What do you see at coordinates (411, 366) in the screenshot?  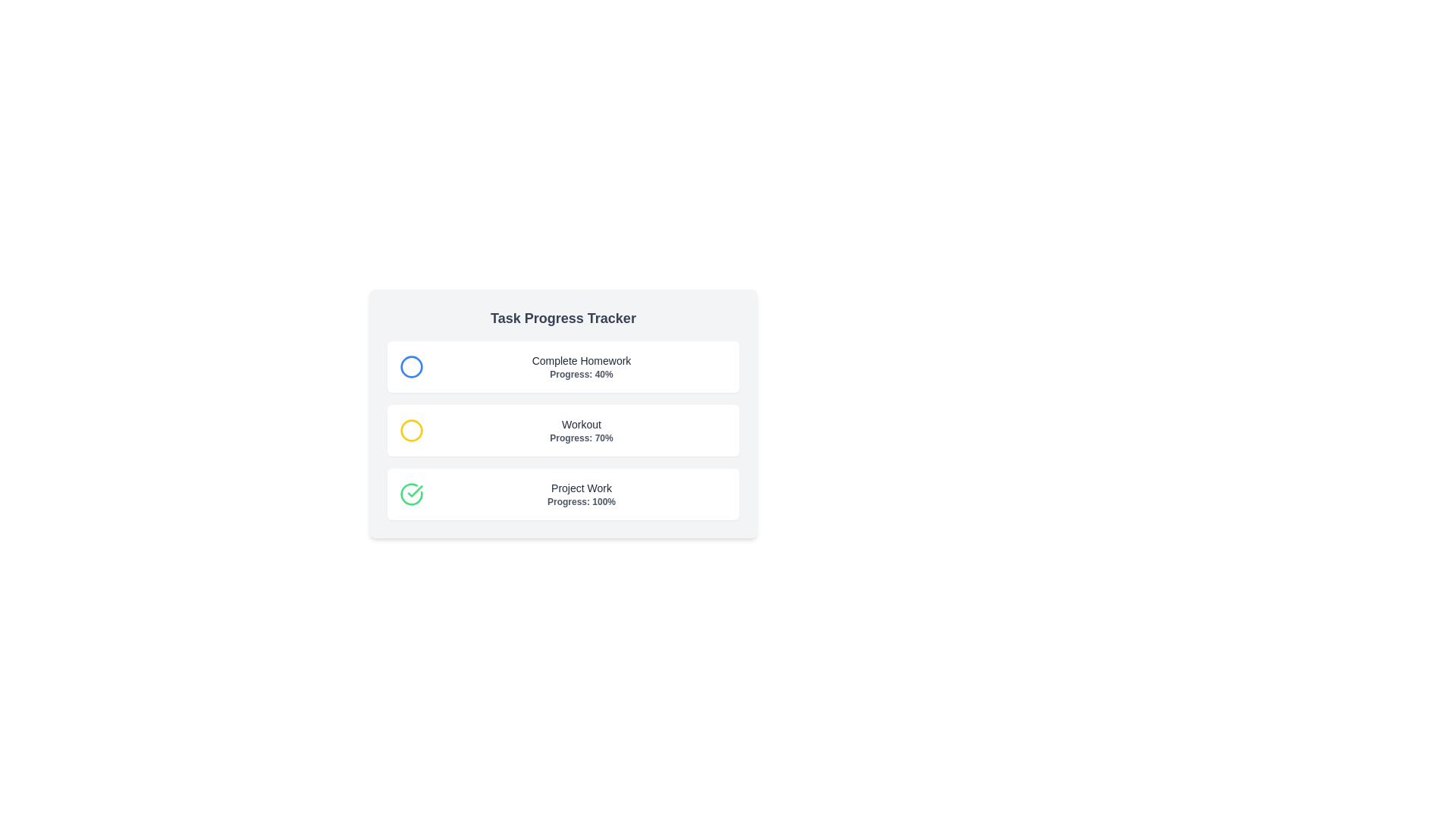 I see `the geometric circle icon with a blue stroke, which serves as a status indicator for the 'Complete Homework Progress: 40%' task in the Task Progress Tracker interface` at bounding box center [411, 366].